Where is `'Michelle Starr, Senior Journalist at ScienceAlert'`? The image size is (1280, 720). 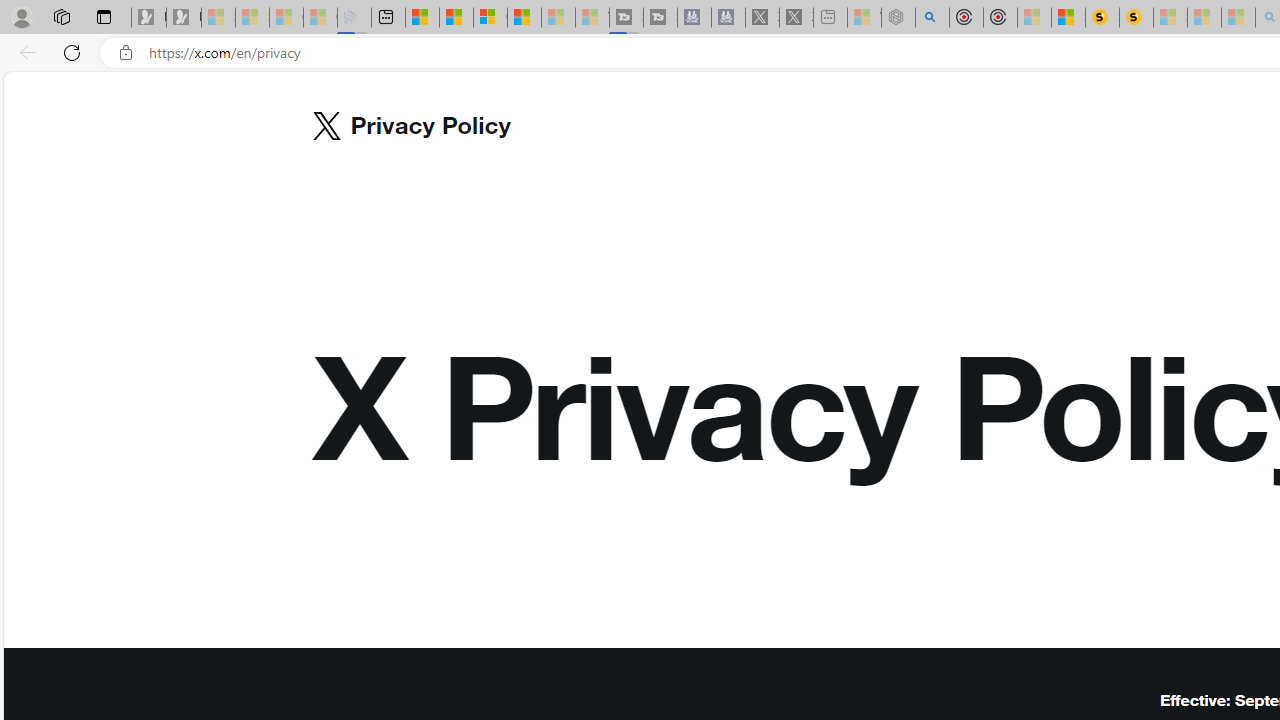
'Michelle Starr, Senior Journalist at ScienceAlert' is located at coordinates (1136, 17).